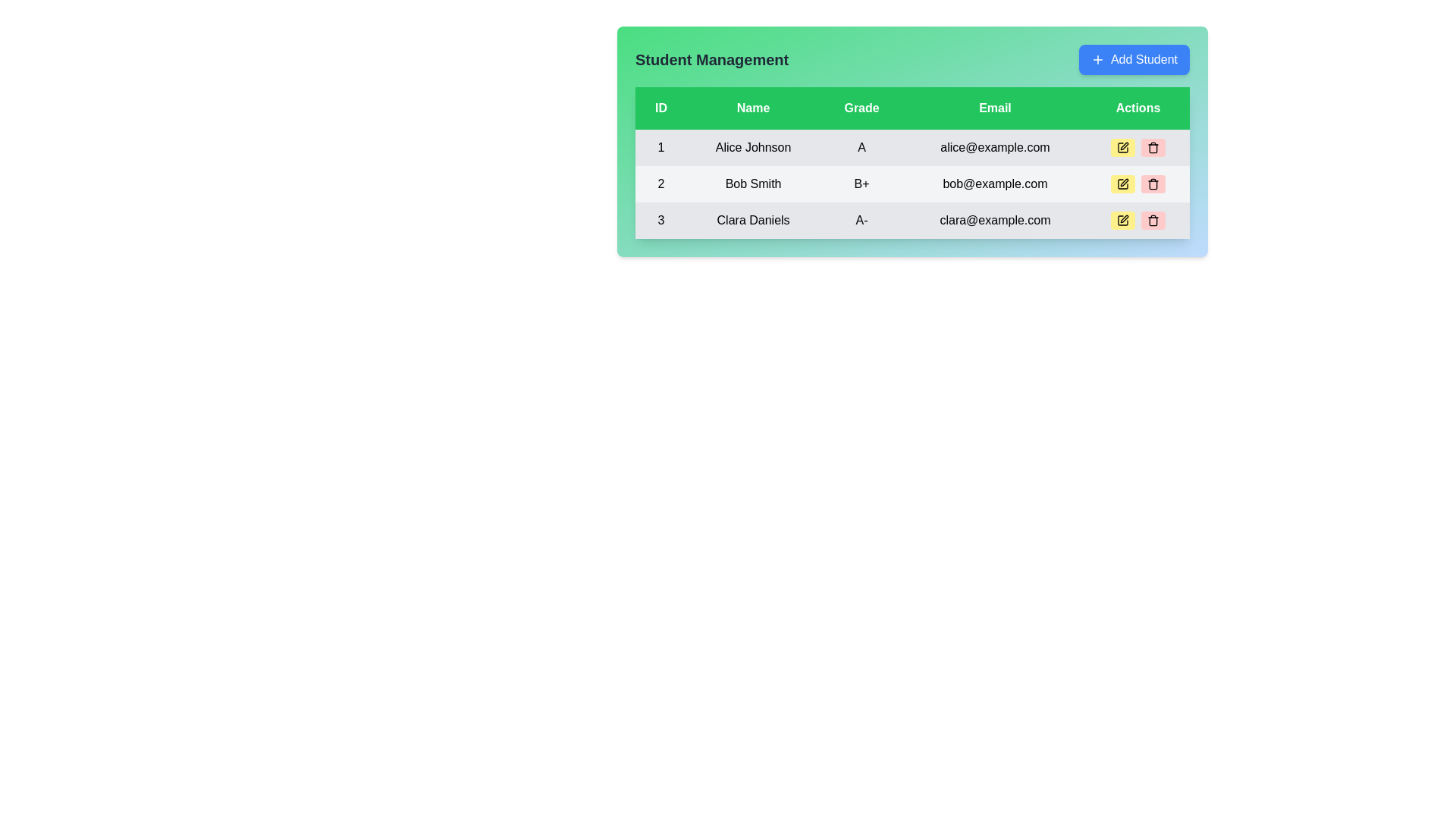 This screenshot has width=1456, height=819. Describe the element at coordinates (661, 148) in the screenshot. I see `the table cell containing the serial number in the first column of the first row, which precedes the 'Name' column with the text 'Alice Johnson'` at that location.